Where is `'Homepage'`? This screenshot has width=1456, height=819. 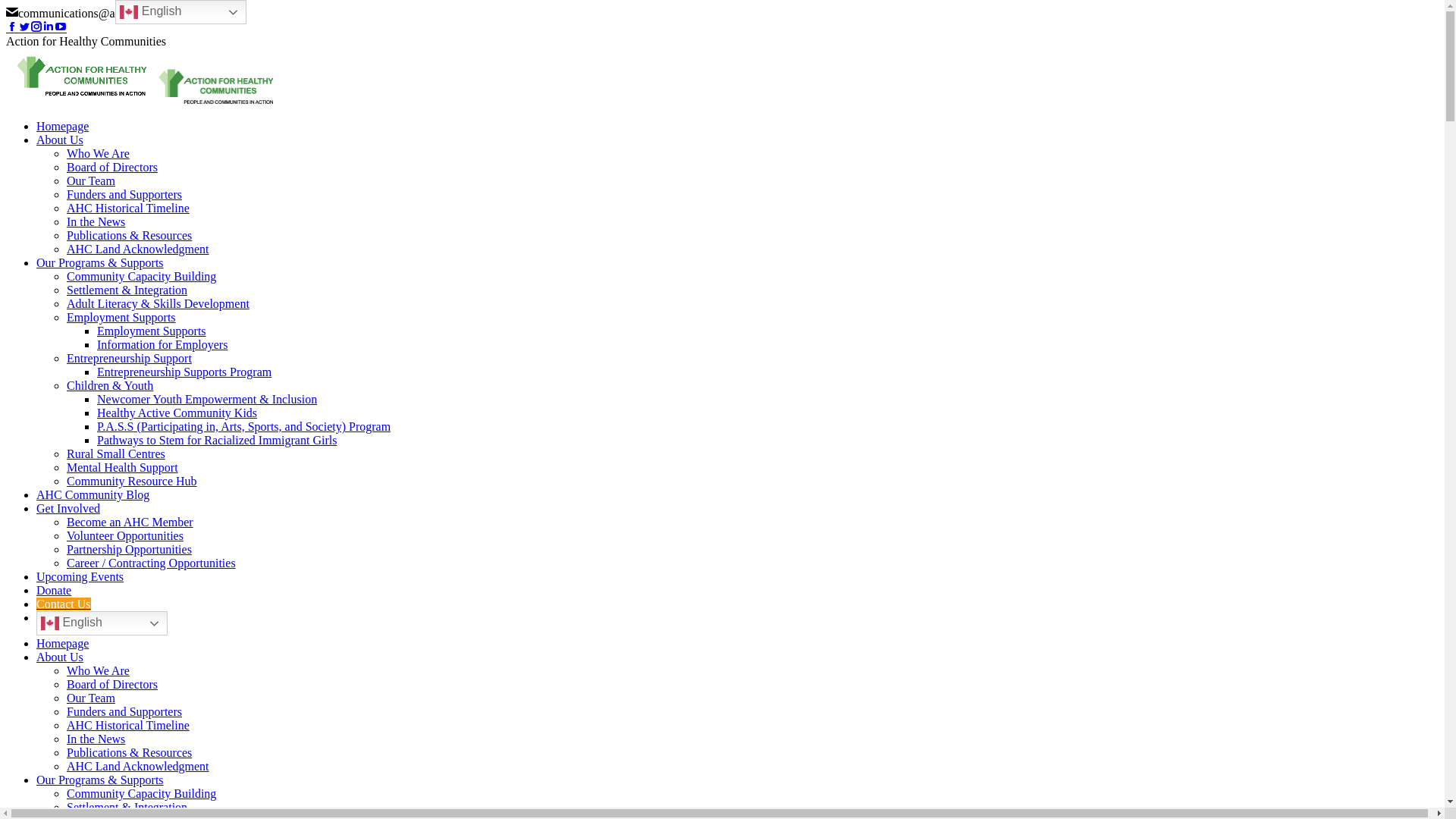
'Homepage' is located at coordinates (61, 125).